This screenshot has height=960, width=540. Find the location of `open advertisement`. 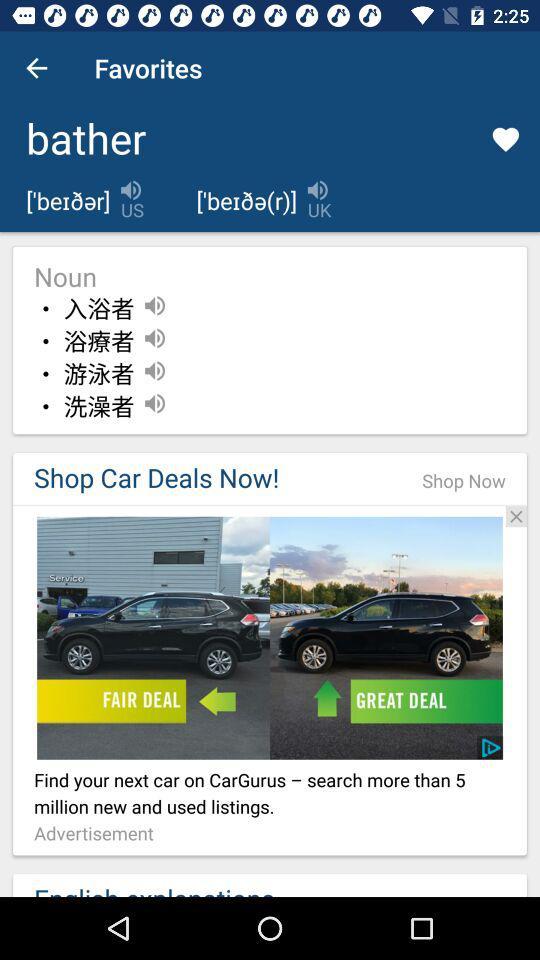

open advertisement is located at coordinates (270, 504).